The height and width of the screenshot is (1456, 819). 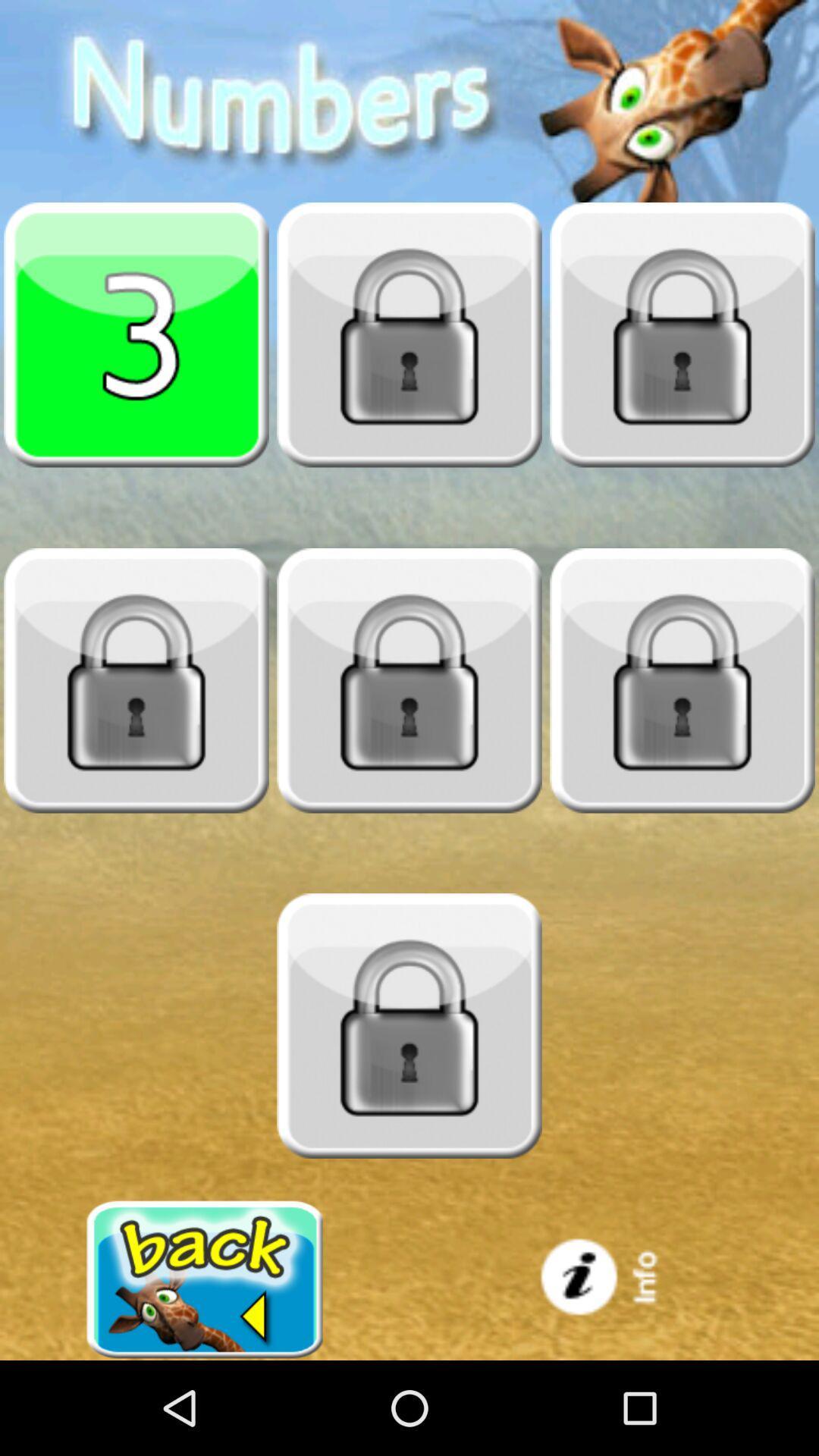 What do you see at coordinates (205, 1279) in the screenshot?
I see `go back` at bounding box center [205, 1279].